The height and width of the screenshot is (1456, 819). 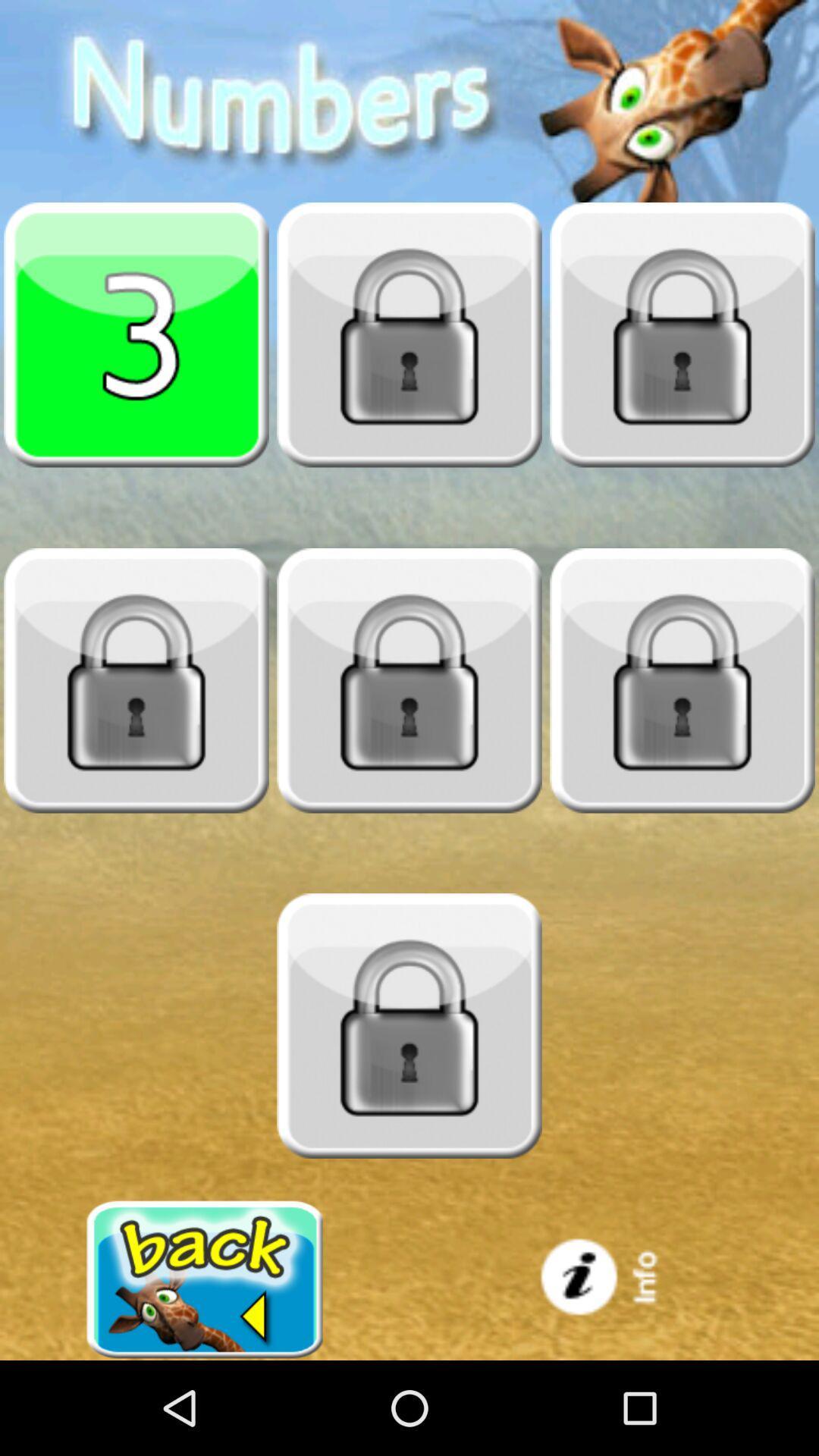 What do you see at coordinates (205, 1279) in the screenshot?
I see `go back` at bounding box center [205, 1279].